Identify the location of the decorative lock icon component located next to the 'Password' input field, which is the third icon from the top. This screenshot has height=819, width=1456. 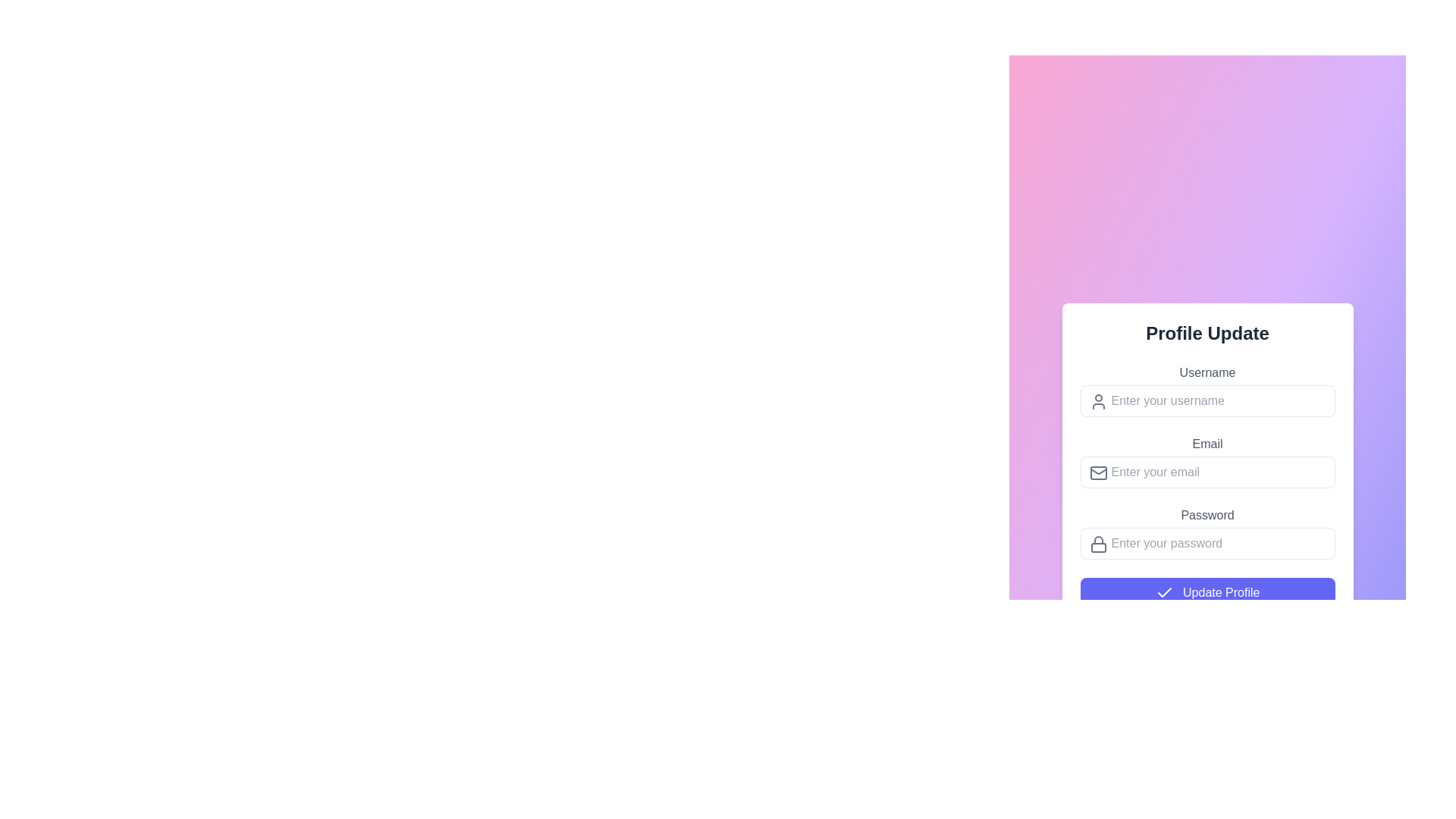
(1098, 548).